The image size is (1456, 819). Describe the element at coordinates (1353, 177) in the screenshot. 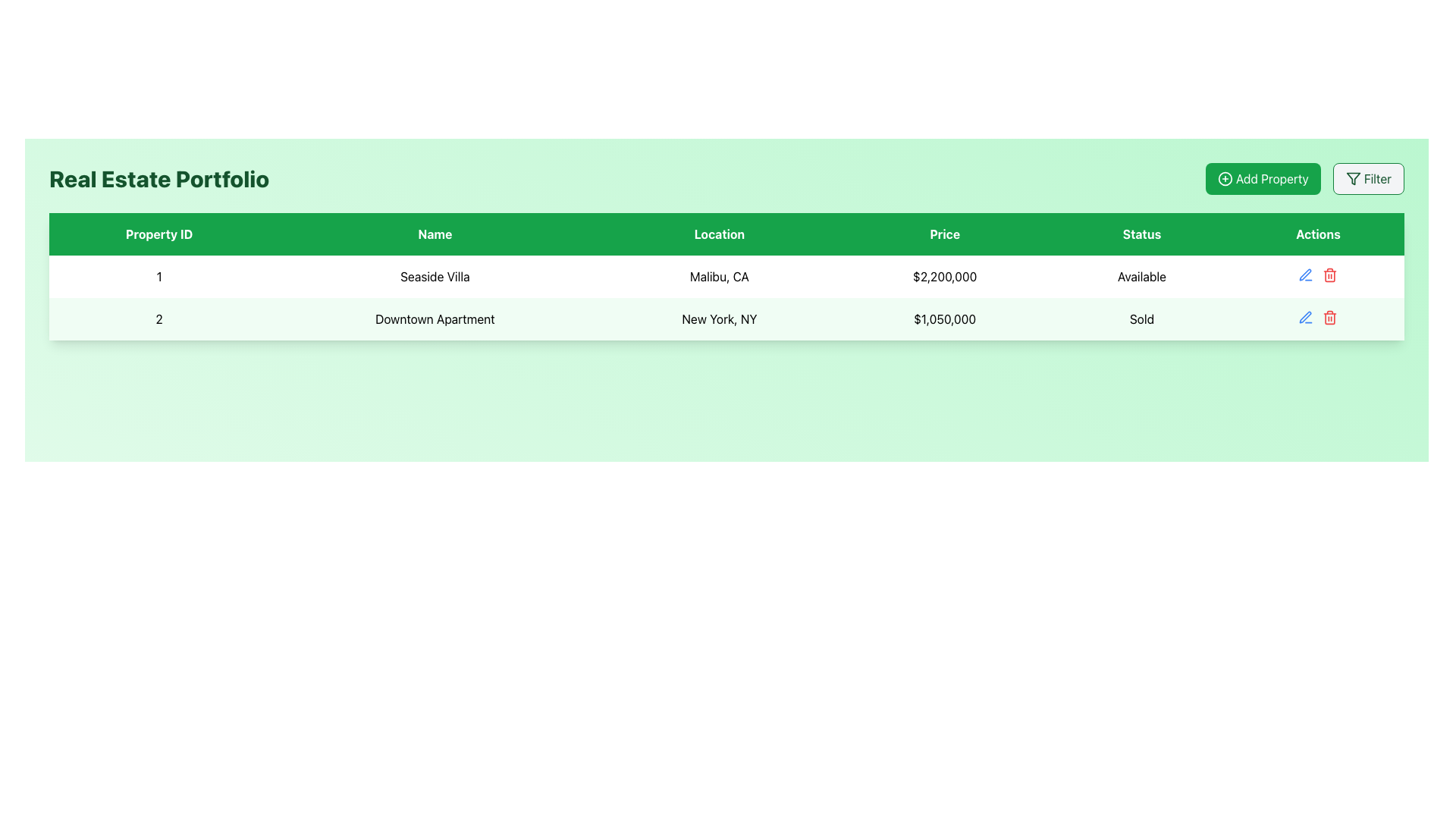

I see `the green triangular-shaped icon within the 'Filter' button located in the top right corner of the interface` at that location.